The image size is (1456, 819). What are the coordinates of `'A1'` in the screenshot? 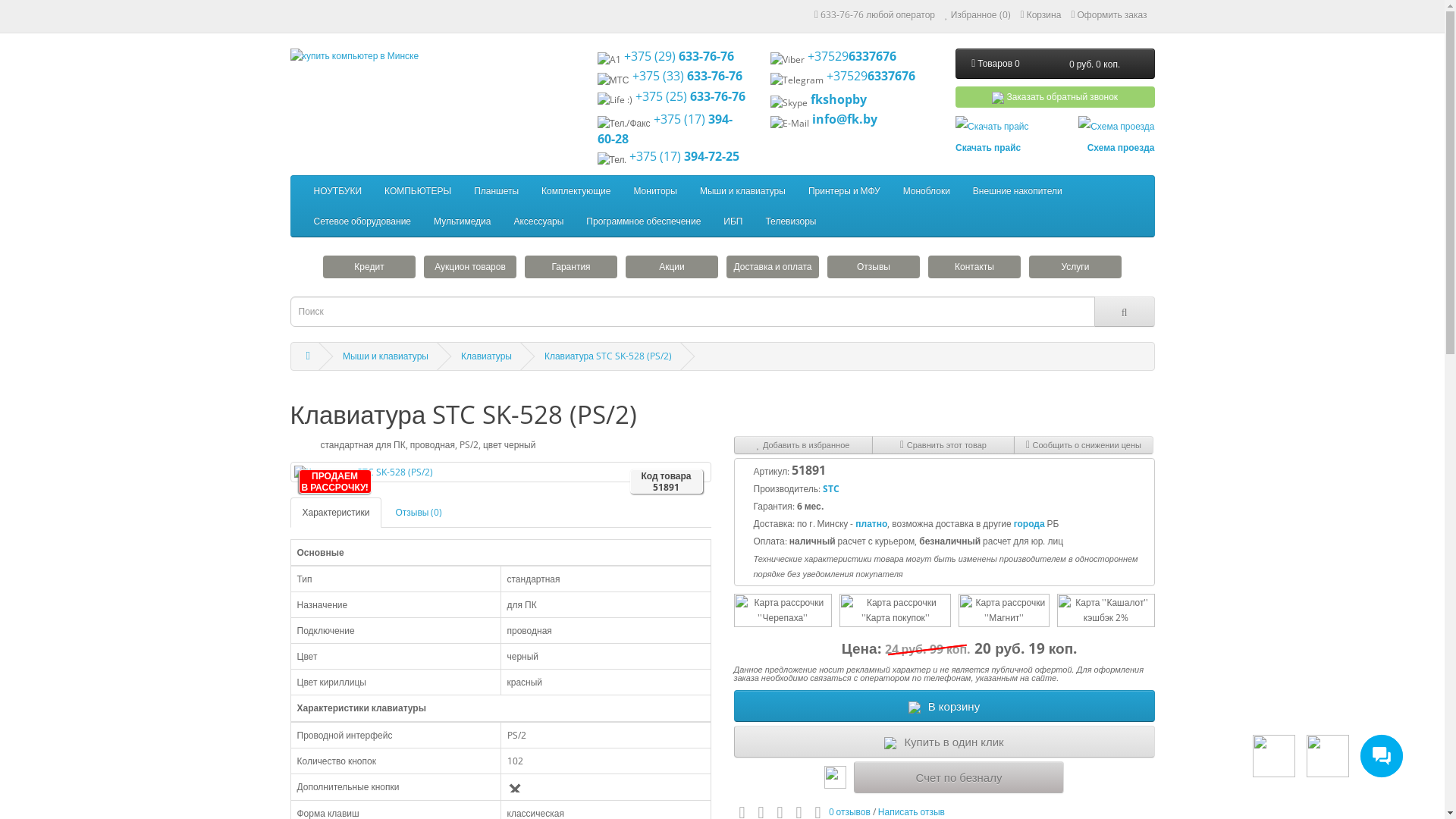 It's located at (609, 58).